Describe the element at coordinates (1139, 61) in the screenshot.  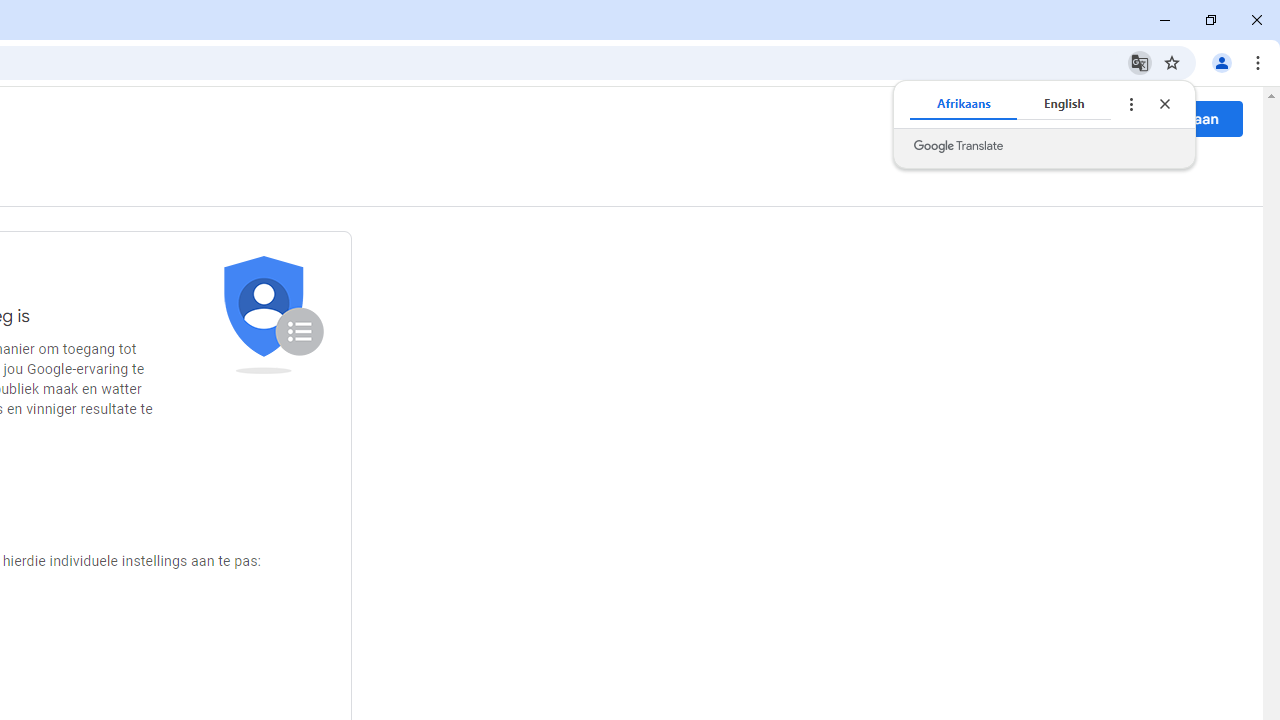
I see `'Translate this page'` at that location.